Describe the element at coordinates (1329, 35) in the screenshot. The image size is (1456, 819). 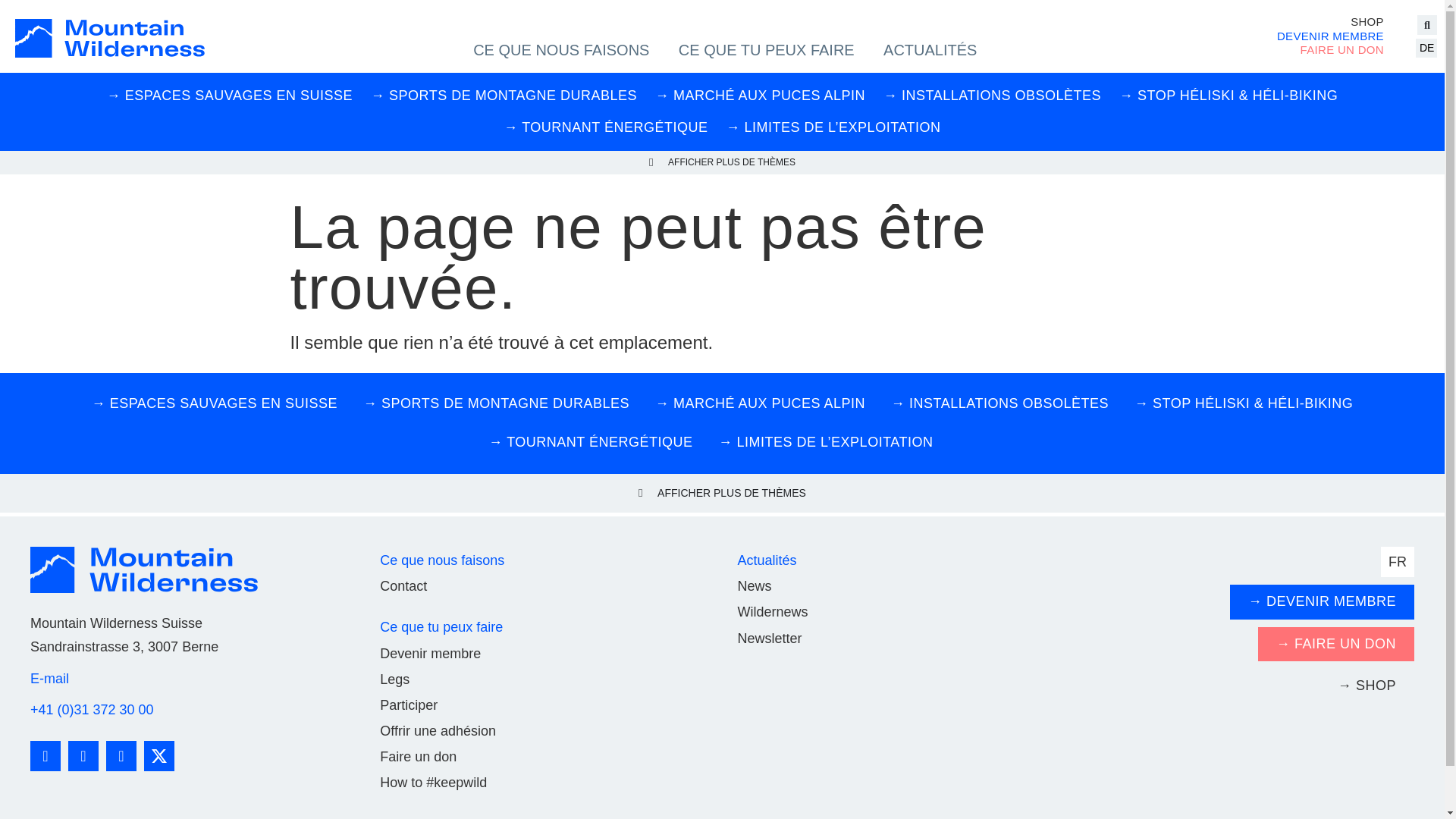
I see `'DEVENIR MEMBRE'` at that location.